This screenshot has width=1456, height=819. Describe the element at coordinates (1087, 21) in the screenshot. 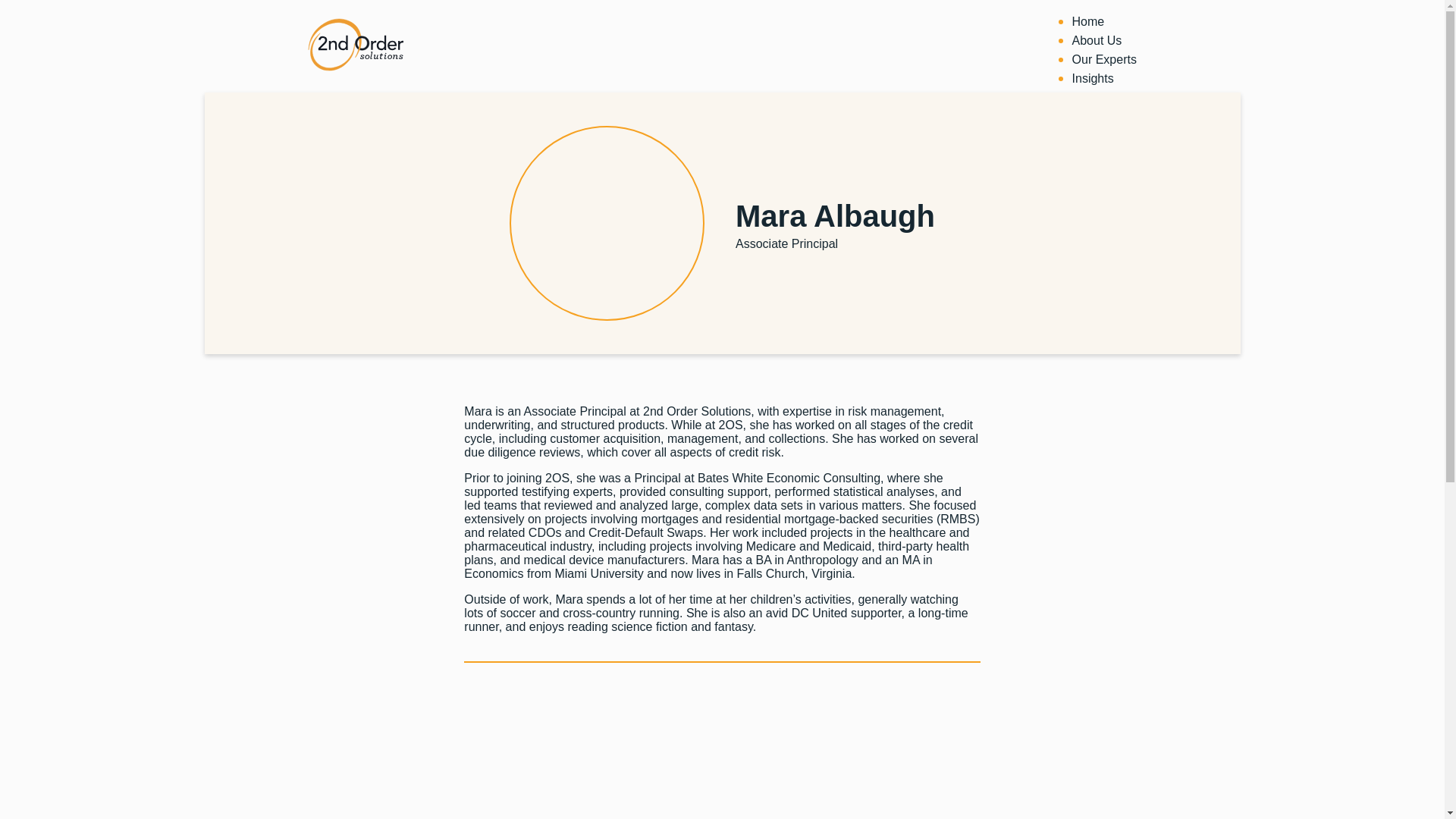

I see `'Home'` at that location.